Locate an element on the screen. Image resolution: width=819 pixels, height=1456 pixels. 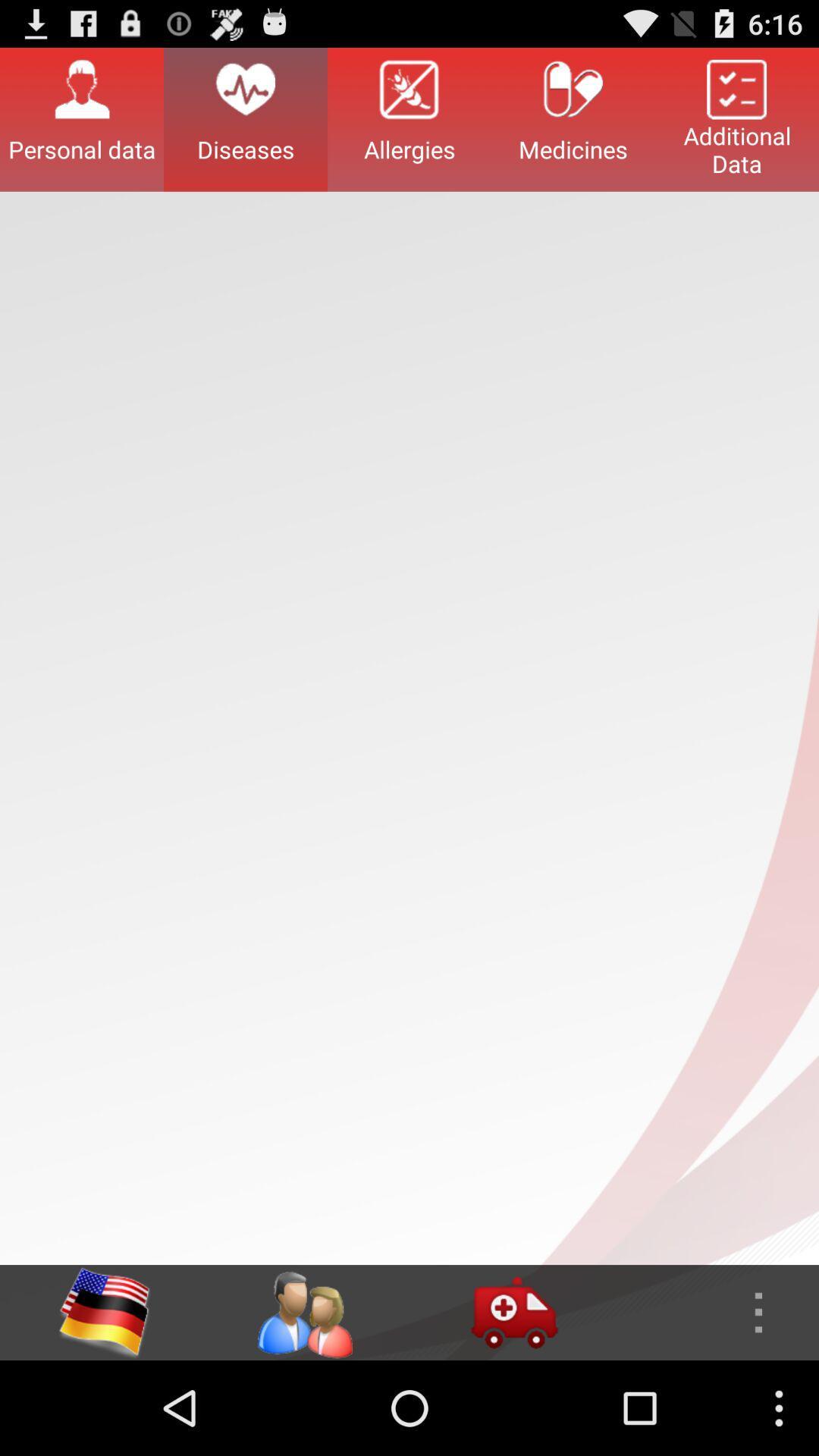
the button next to the allergies item is located at coordinates (573, 118).